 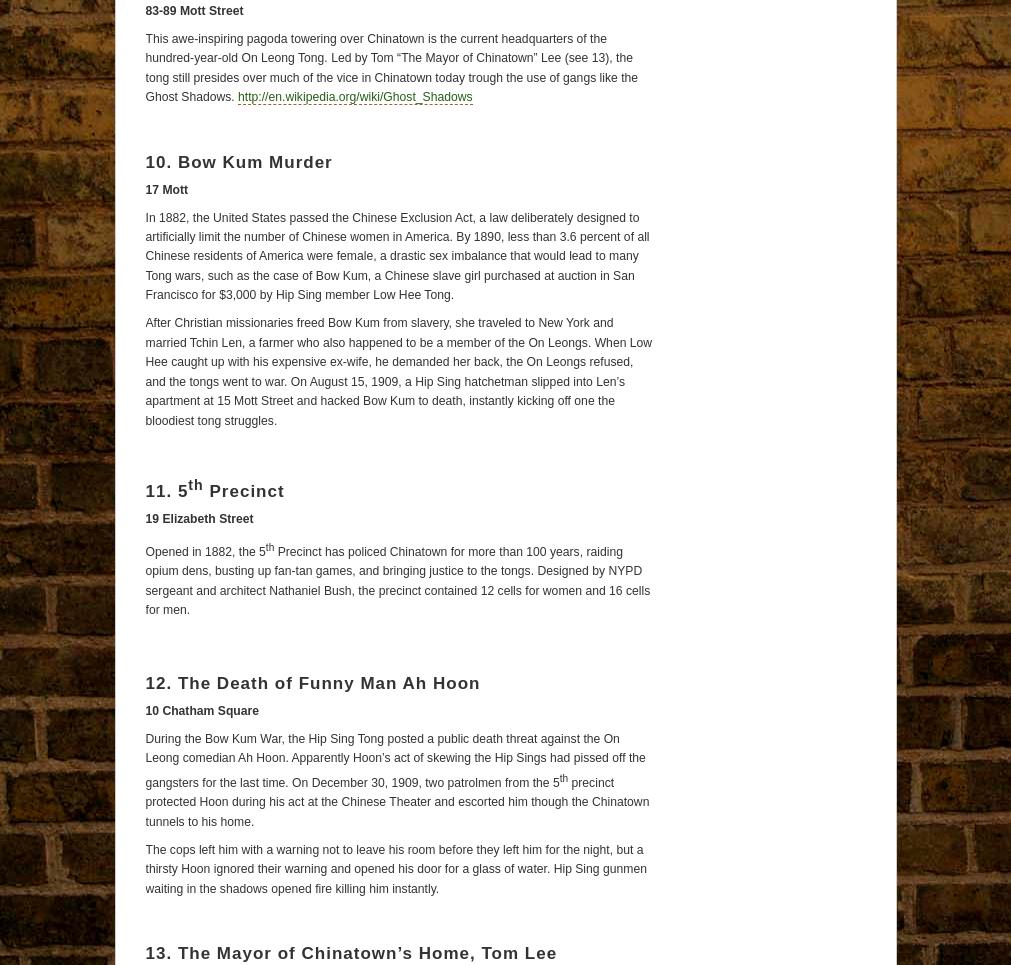 I want to click on 'The cops left him with a warning not to leave his room before they left him for the night, but a thirsty Hoon ignored their warning and opened his door for a glass of water. Hip Sing gunmen waiting in the shadows opened fire killing him instantly.', so click(x=394, y=868).